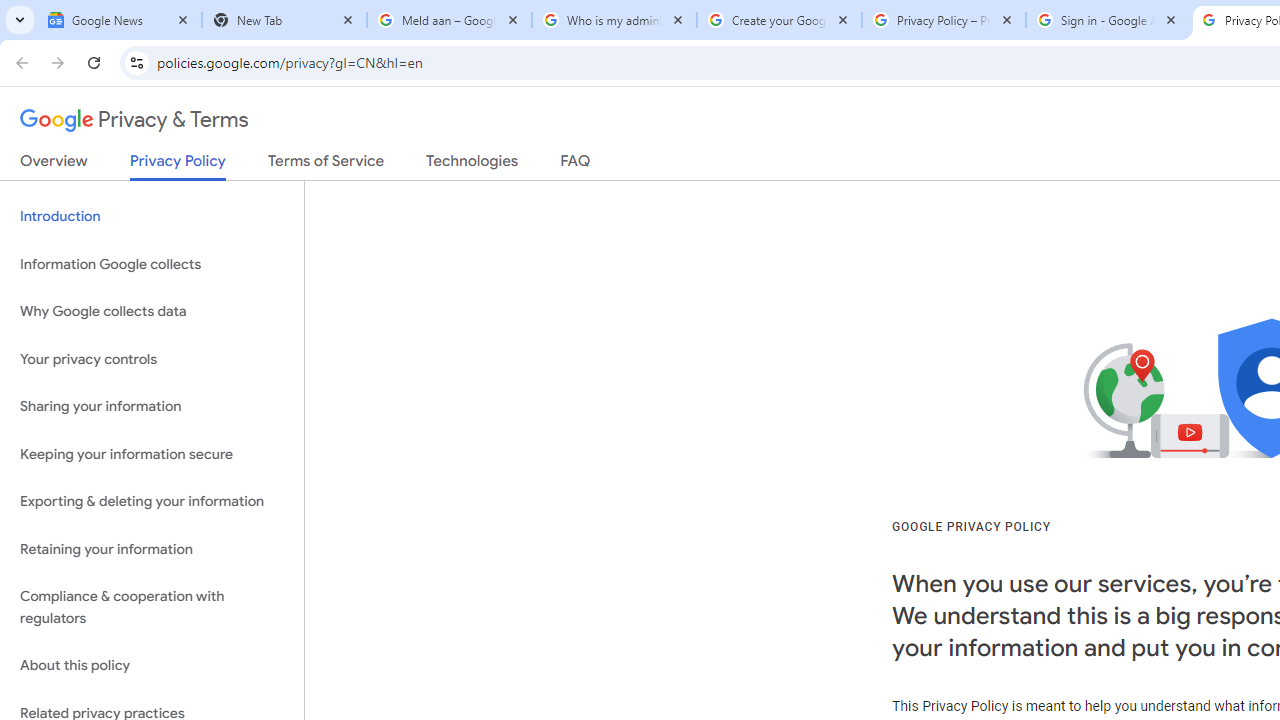 The width and height of the screenshot is (1280, 720). Describe the element at coordinates (778, 20) in the screenshot. I see `'Create your Google Account'` at that location.